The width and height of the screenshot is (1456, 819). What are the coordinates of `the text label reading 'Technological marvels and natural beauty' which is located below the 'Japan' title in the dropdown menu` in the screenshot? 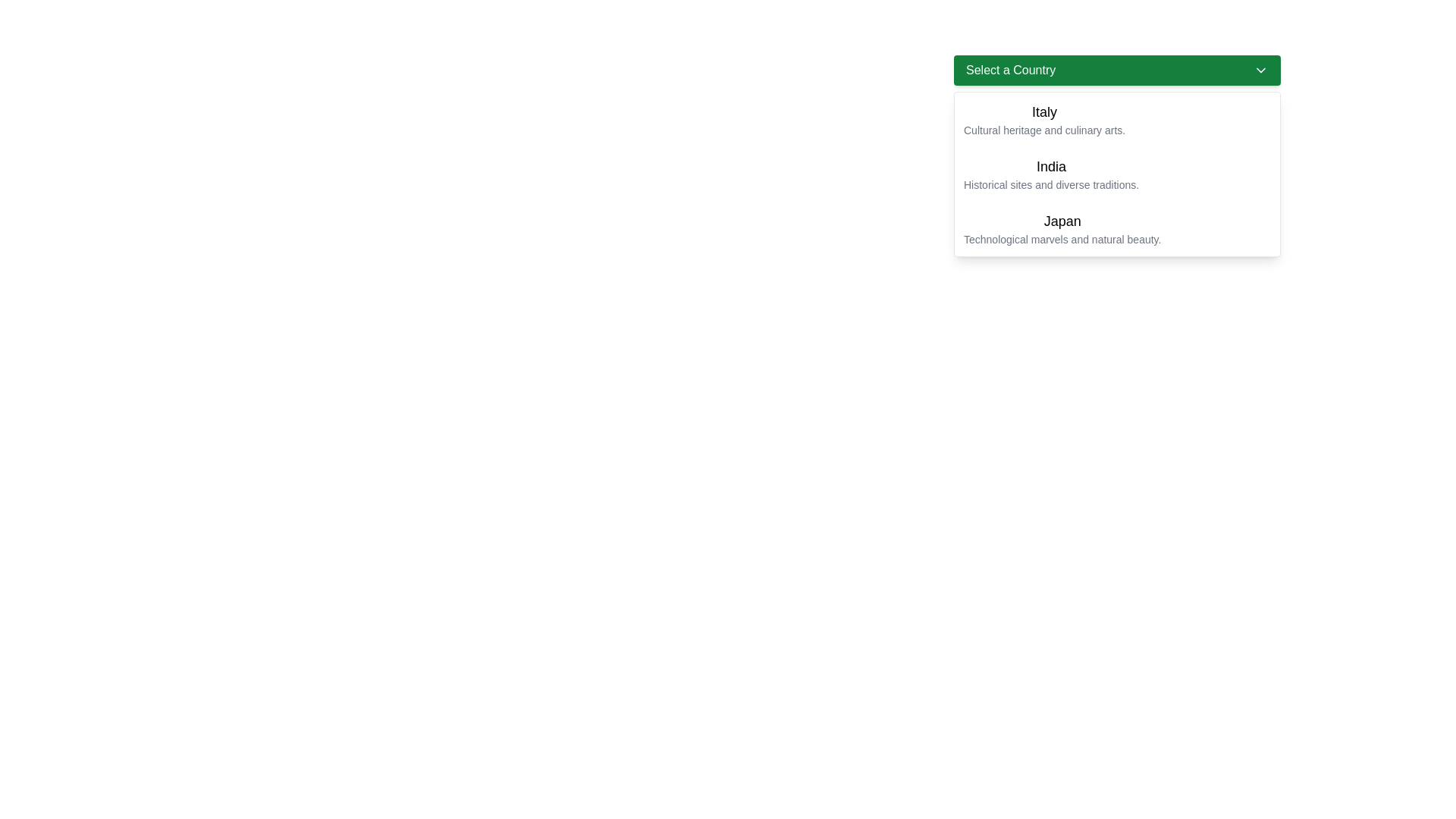 It's located at (1062, 239).